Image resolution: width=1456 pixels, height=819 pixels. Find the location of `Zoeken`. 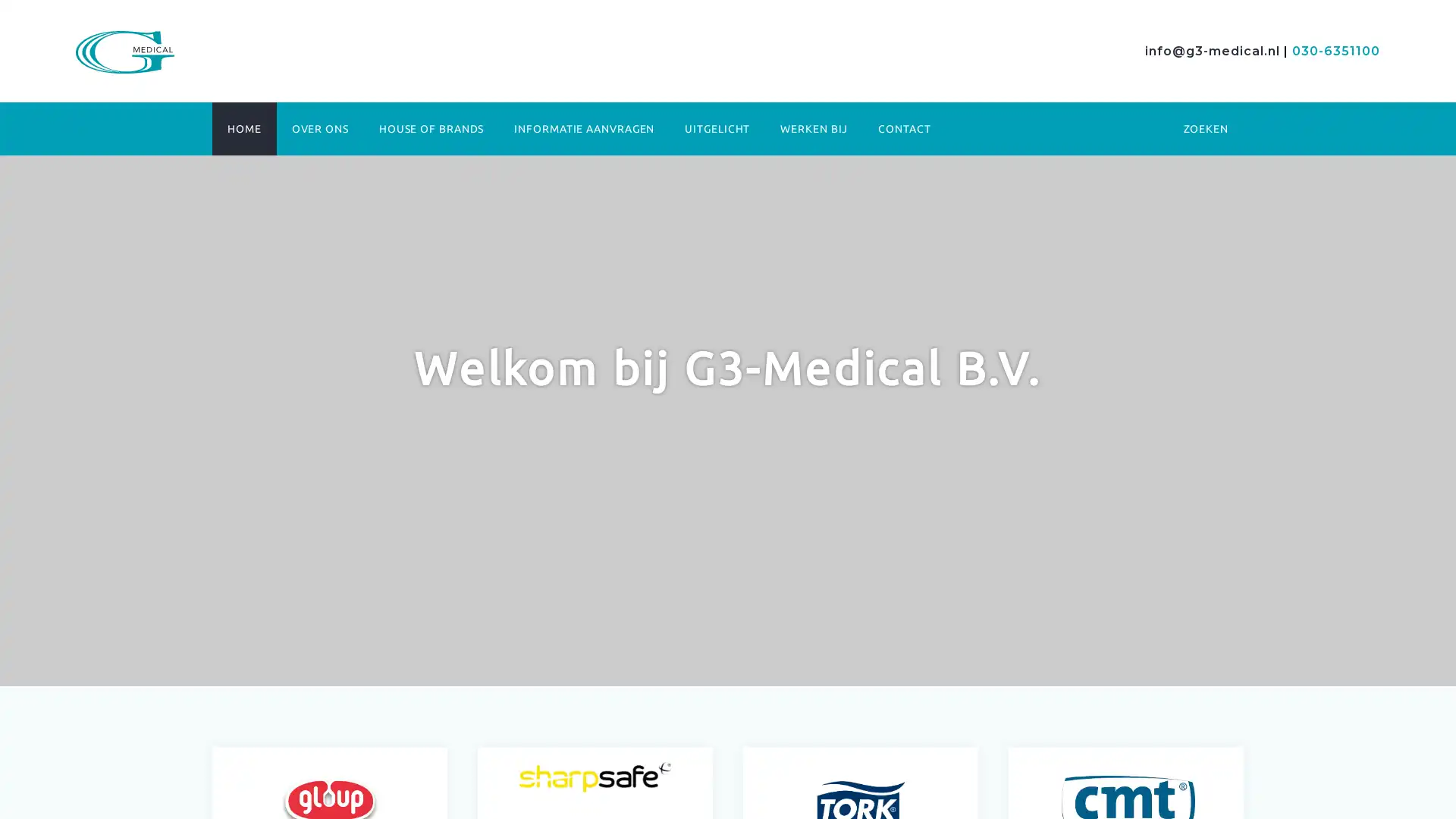

Zoeken is located at coordinates (1070, 200).